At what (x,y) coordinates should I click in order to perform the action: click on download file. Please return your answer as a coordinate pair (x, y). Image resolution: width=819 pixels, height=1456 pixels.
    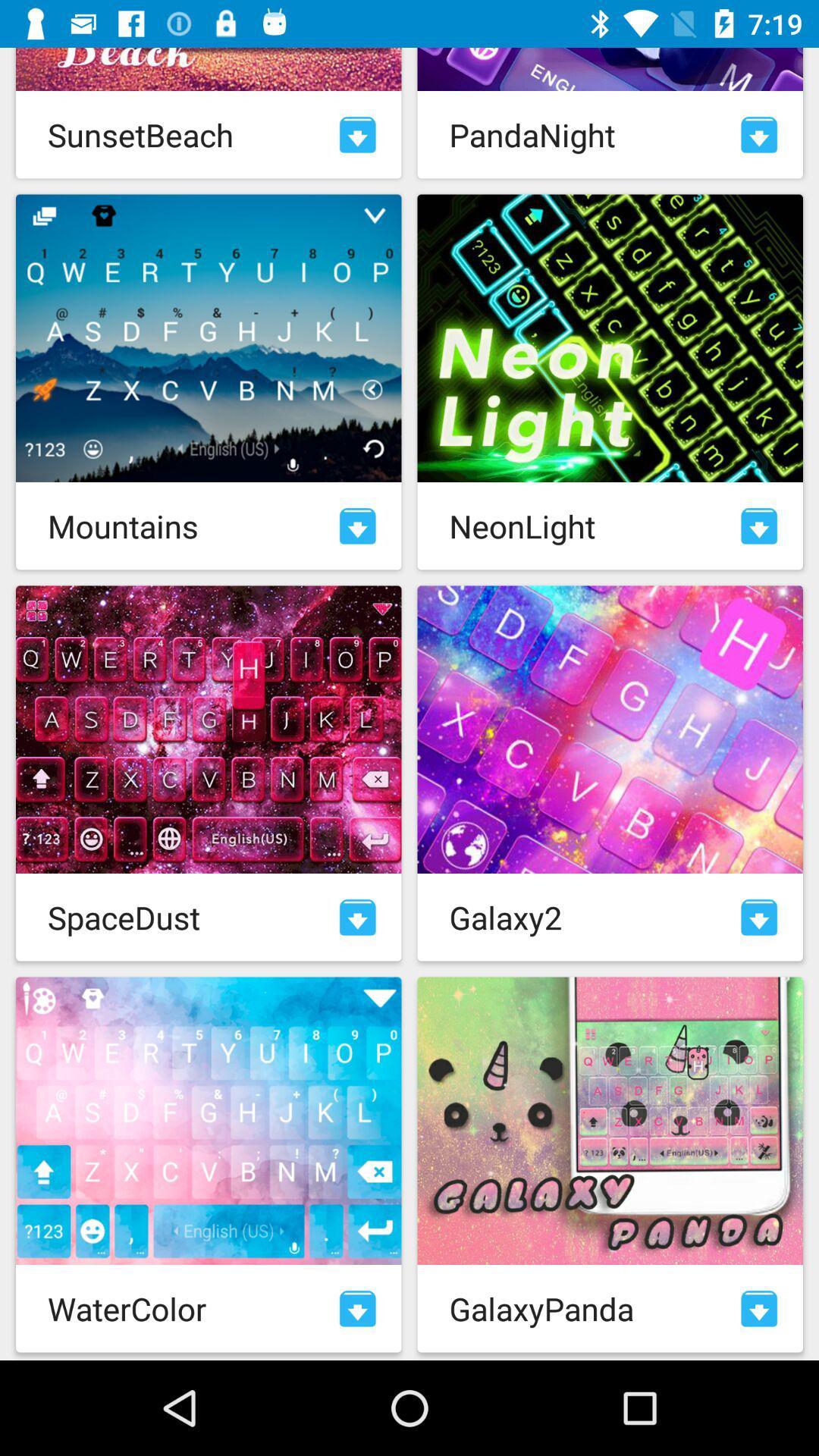
    Looking at the image, I should click on (357, 1307).